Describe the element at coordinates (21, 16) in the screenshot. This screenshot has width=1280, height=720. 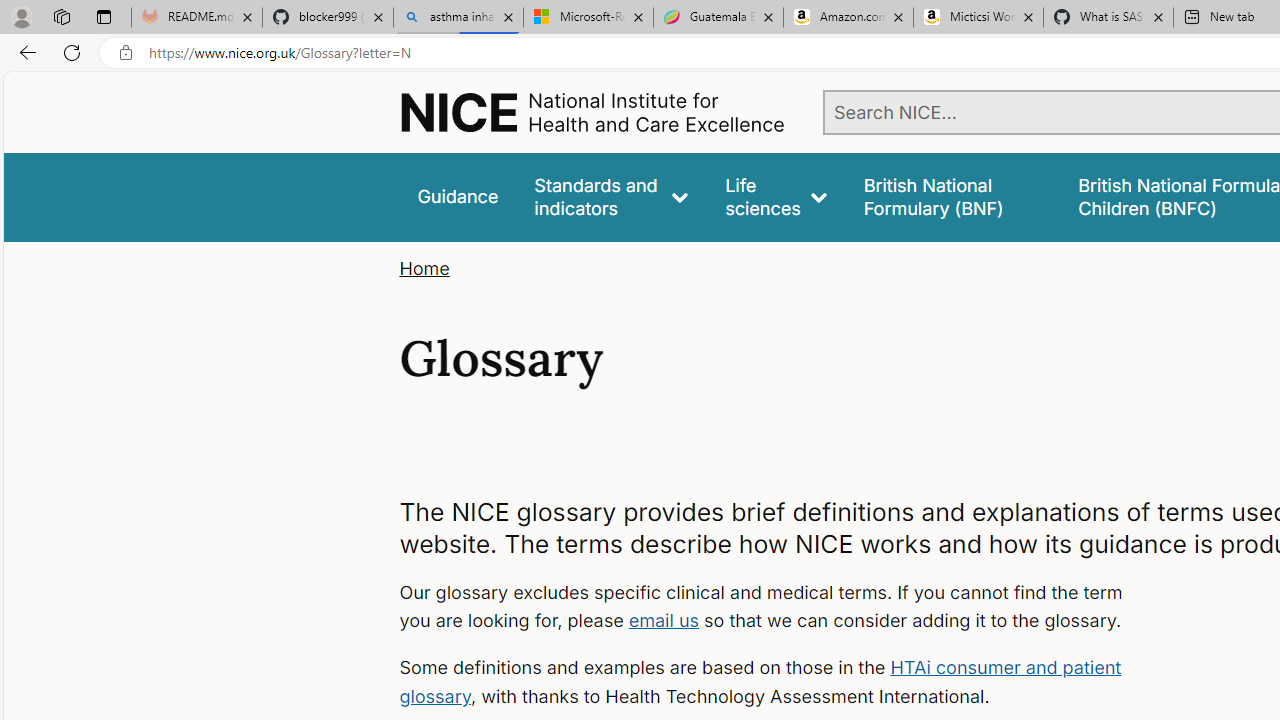
I see `'Personal Profile'` at that location.